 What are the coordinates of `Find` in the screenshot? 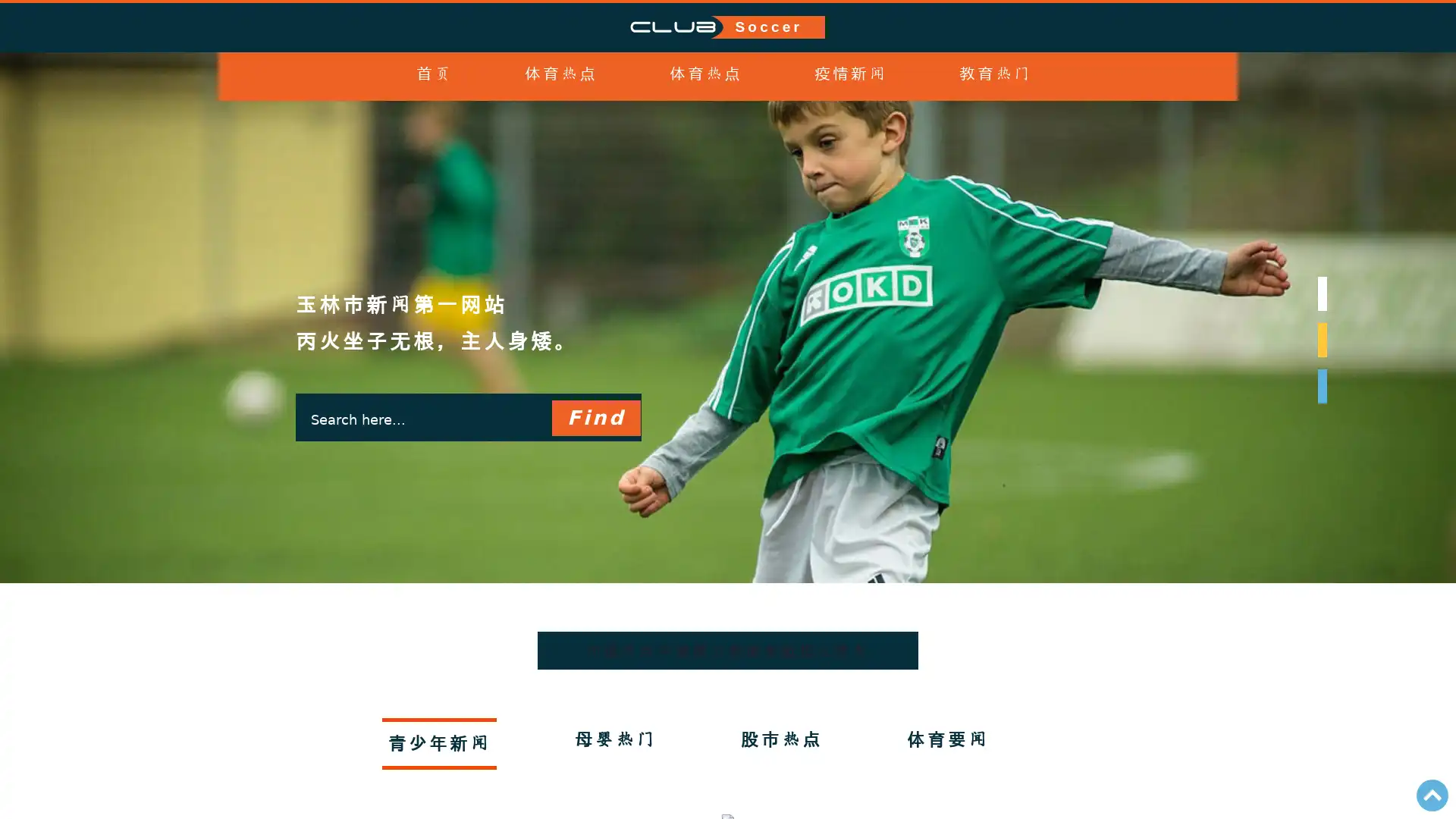 It's located at (595, 506).